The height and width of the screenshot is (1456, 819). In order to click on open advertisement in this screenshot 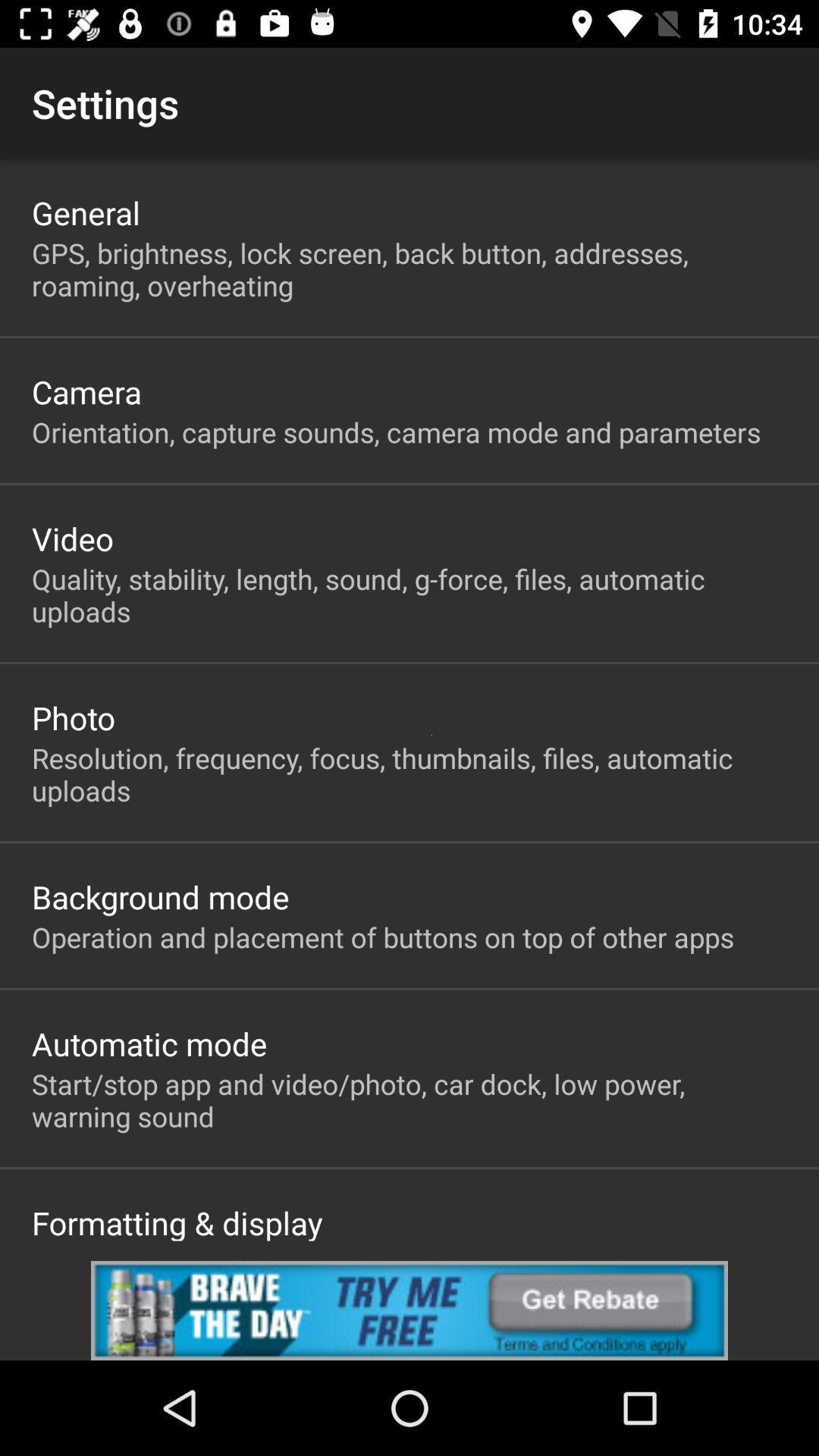, I will do `click(409, 1310)`.